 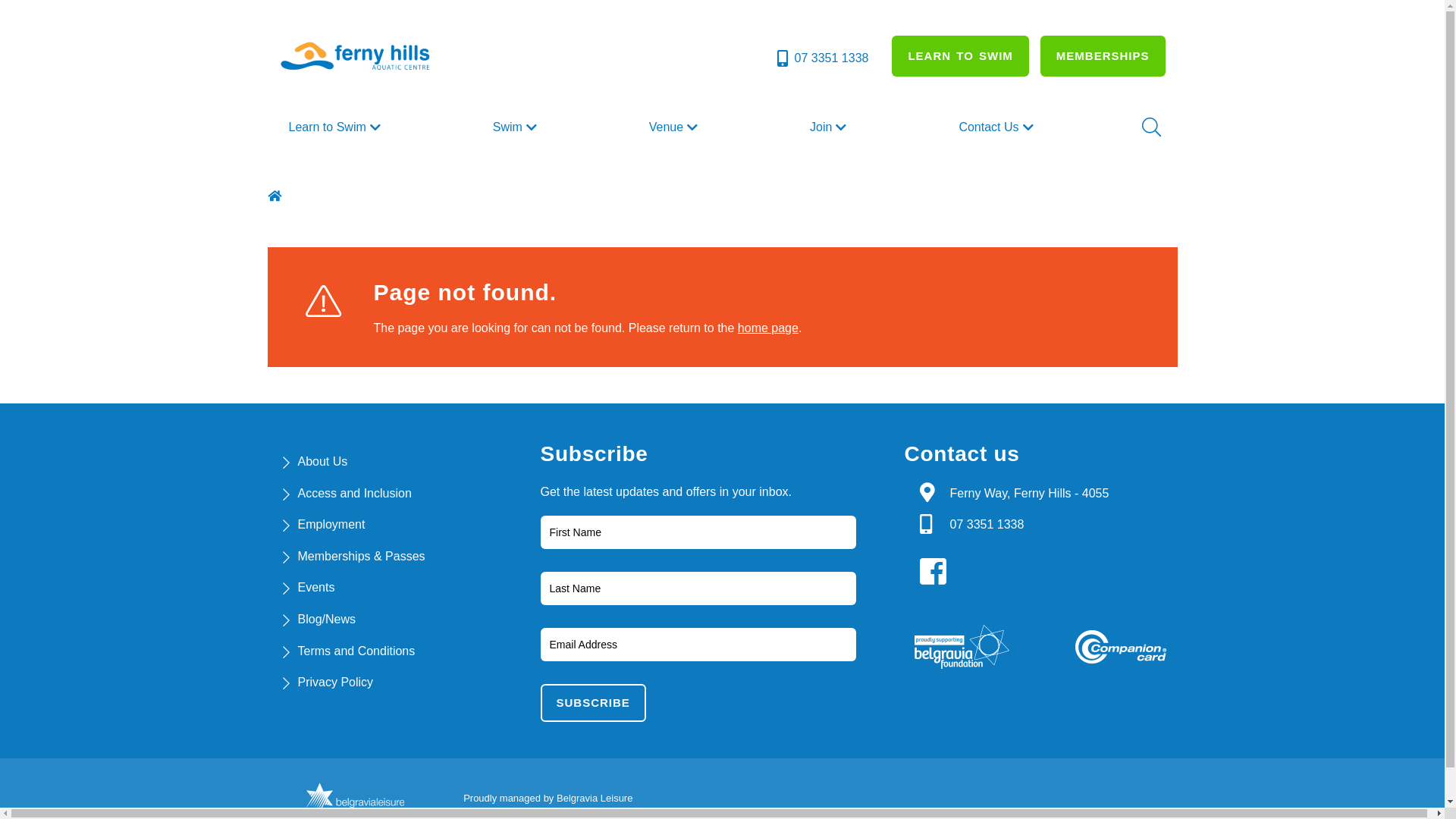 What do you see at coordinates (297, 681) in the screenshot?
I see `'Privacy Policy'` at bounding box center [297, 681].